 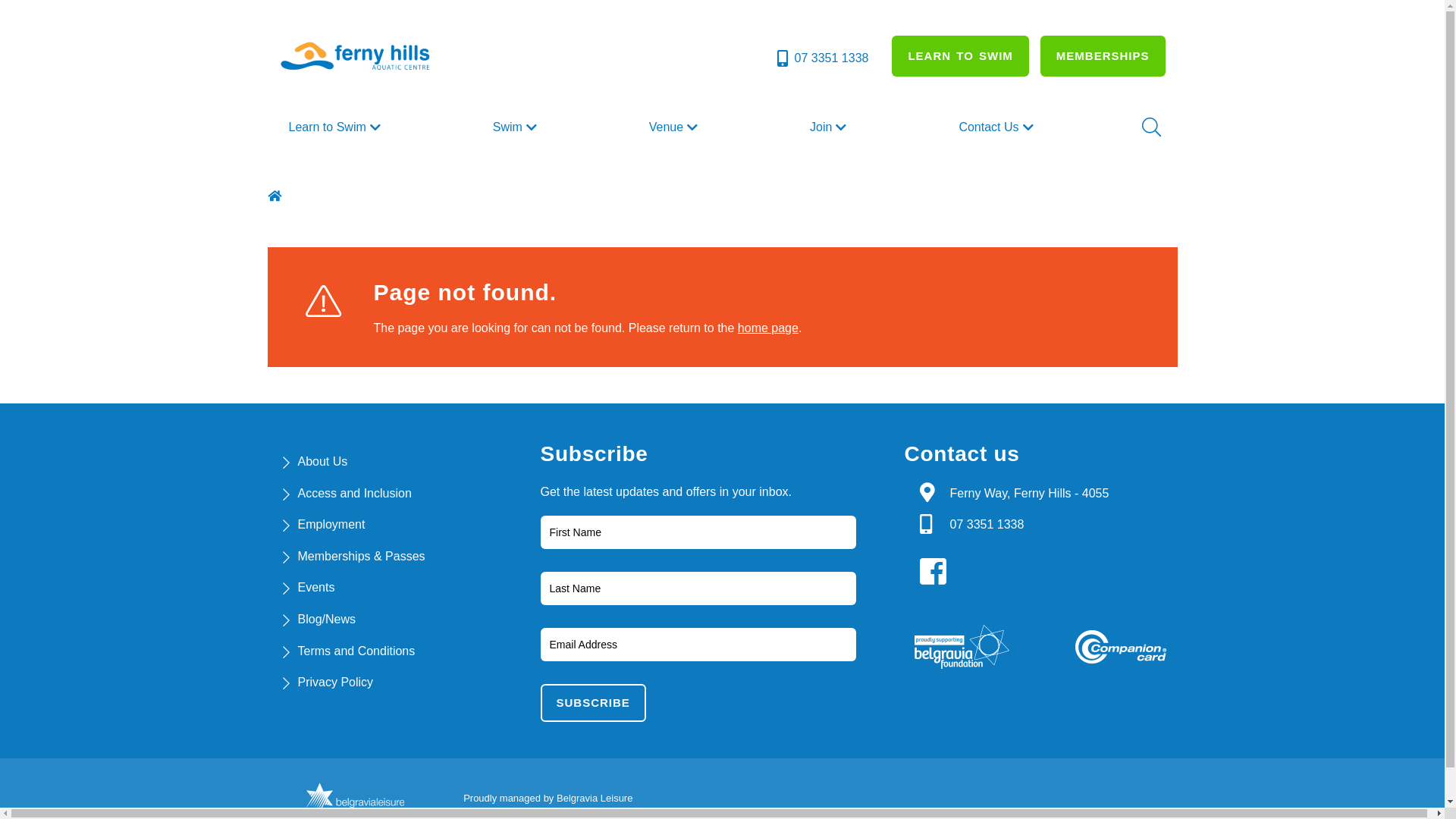 What do you see at coordinates (297, 681) in the screenshot?
I see `'Privacy Policy'` at bounding box center [297, 681].